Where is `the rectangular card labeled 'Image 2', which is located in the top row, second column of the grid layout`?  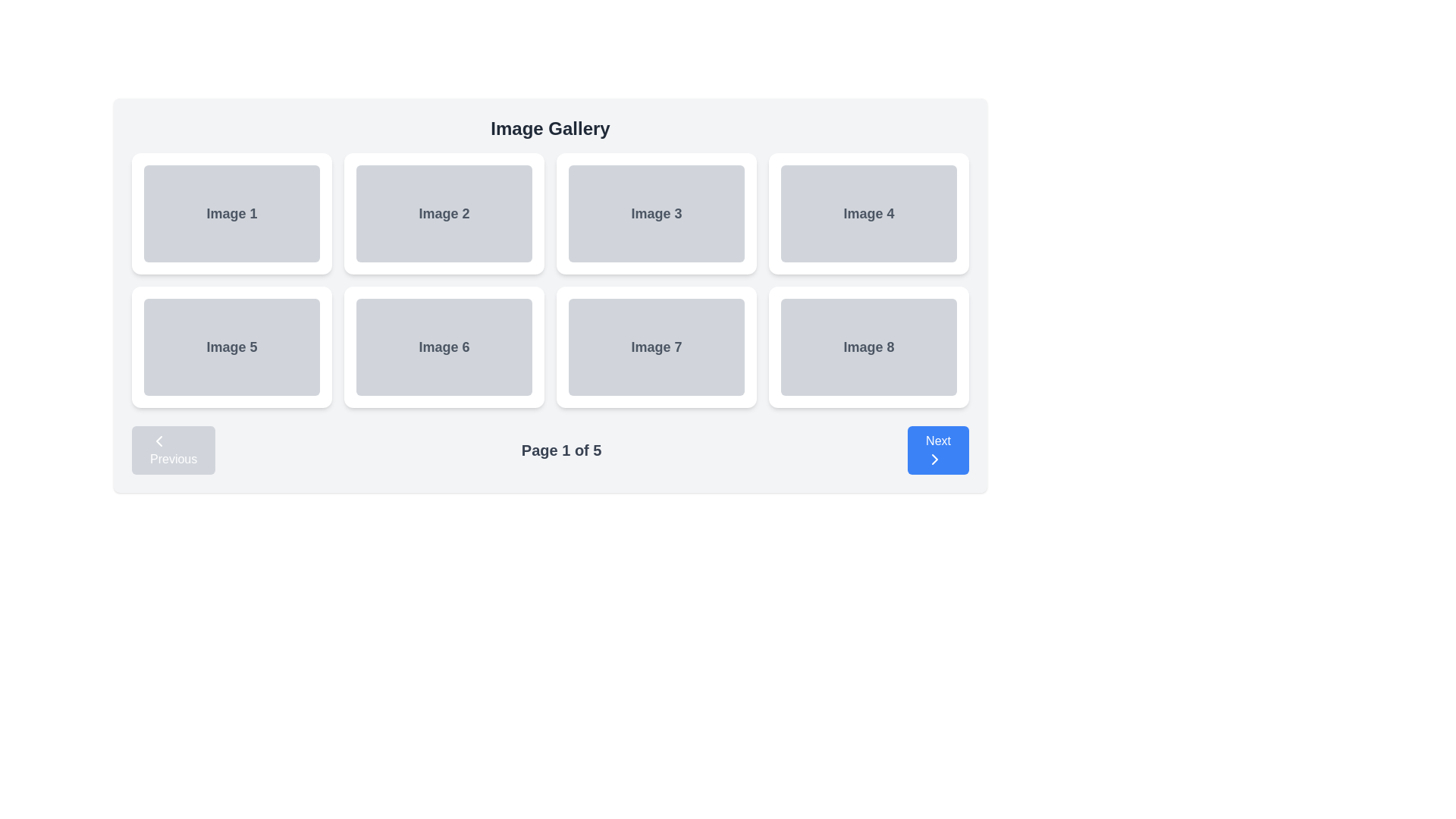 the rectangular card labeled 'Image 2', which is located in the top row, second column of the grid layout is located at coordinates (443, 213).